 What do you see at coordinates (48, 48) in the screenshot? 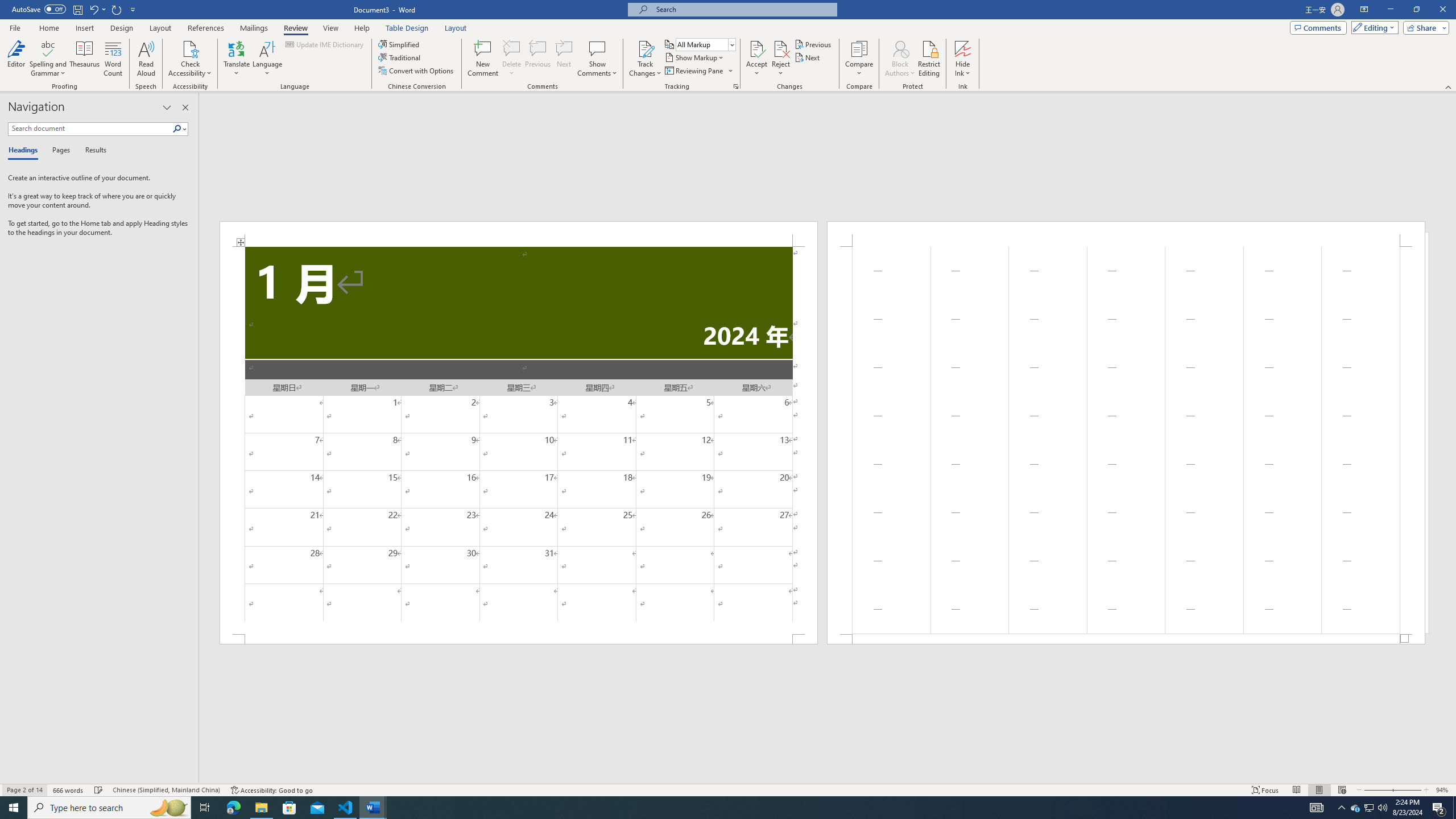
I see `'Spelling and Grammar'` at bounding box center [48, 48].